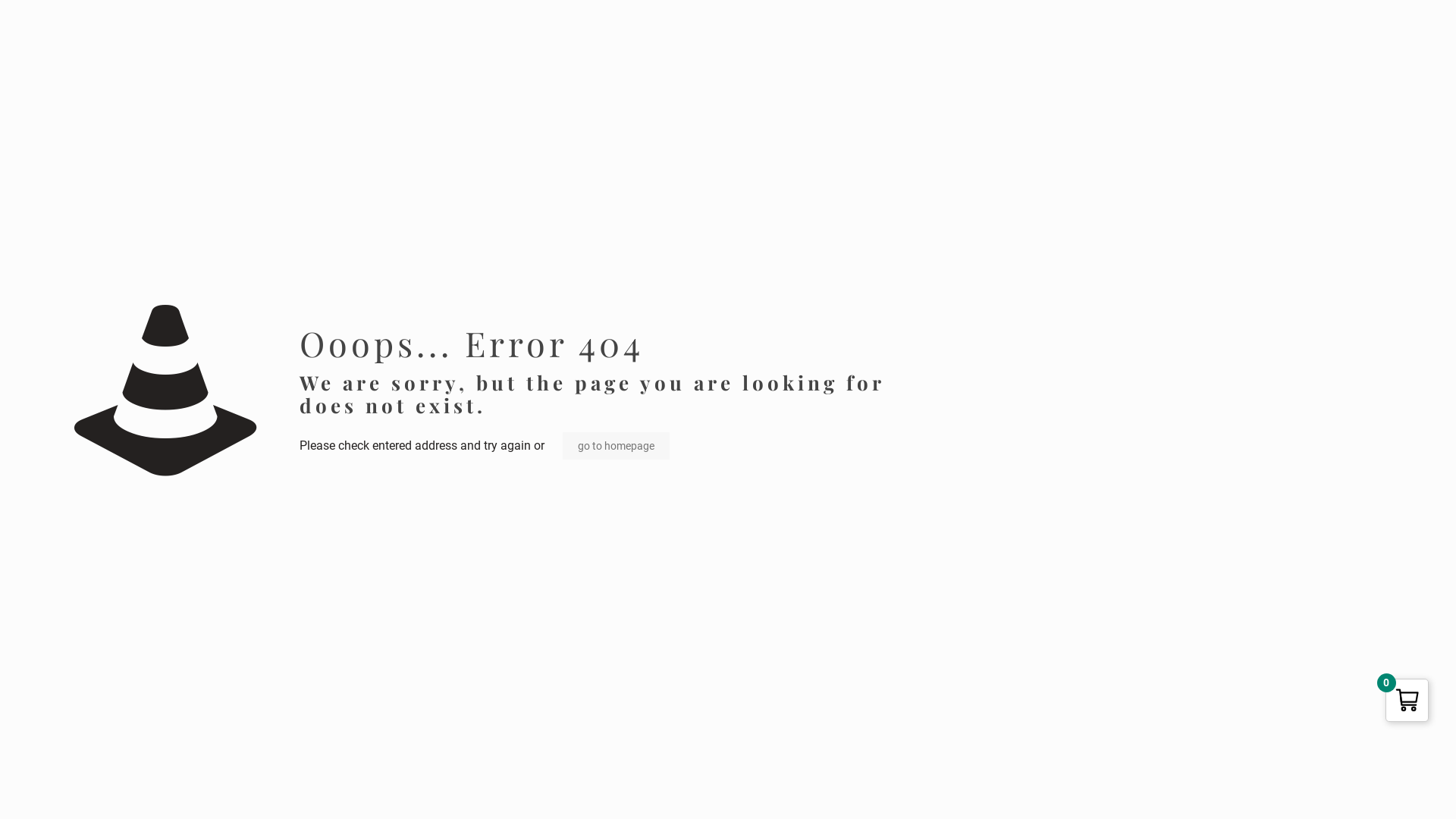  Describe the element at coordinates (616, 444) in the screenshot. I see `'go to homepage'` at that location.